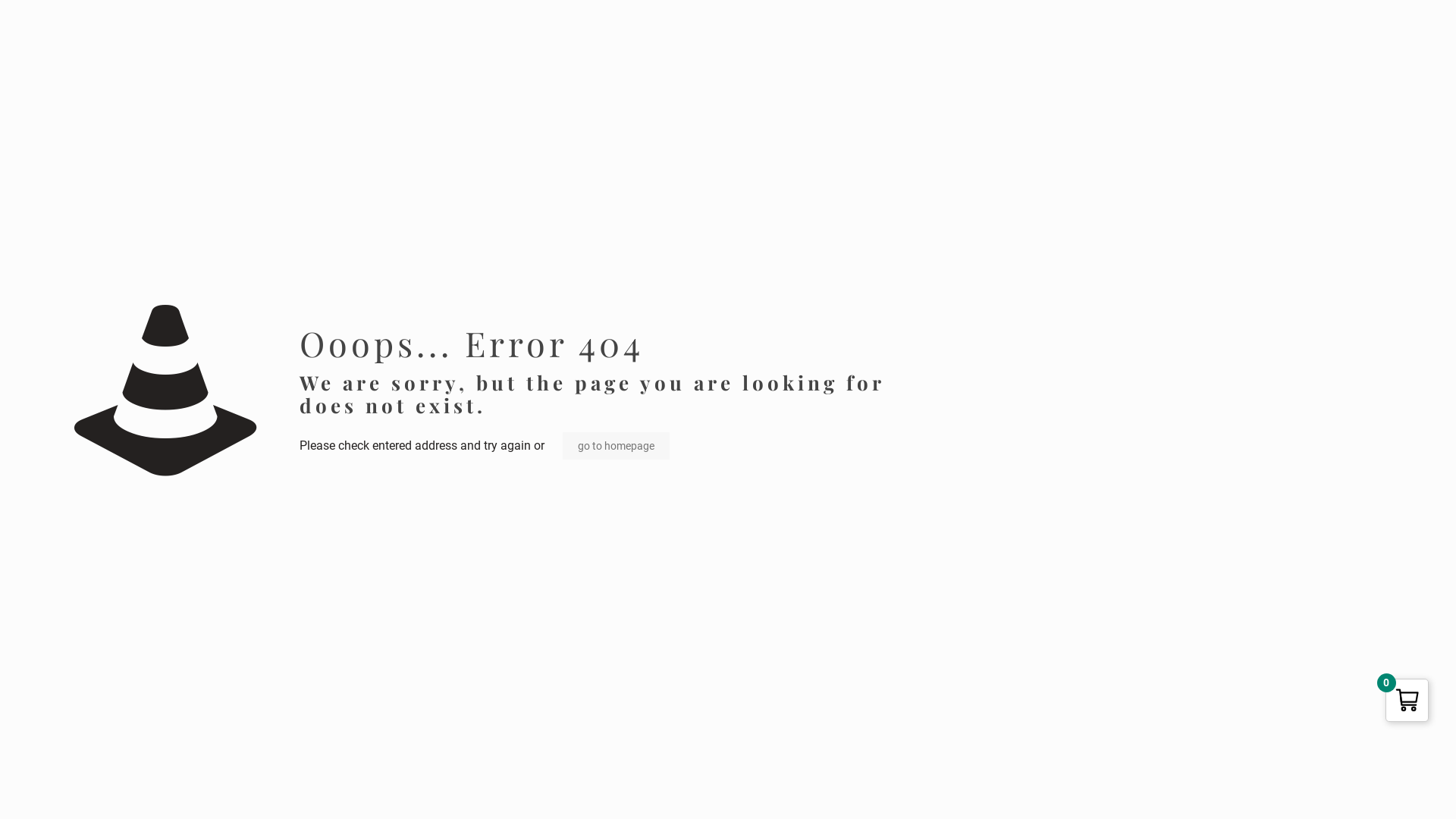  Describe the element at coordinates (616, 444) in the screenshot. I see `'go to homepage'` at that location.